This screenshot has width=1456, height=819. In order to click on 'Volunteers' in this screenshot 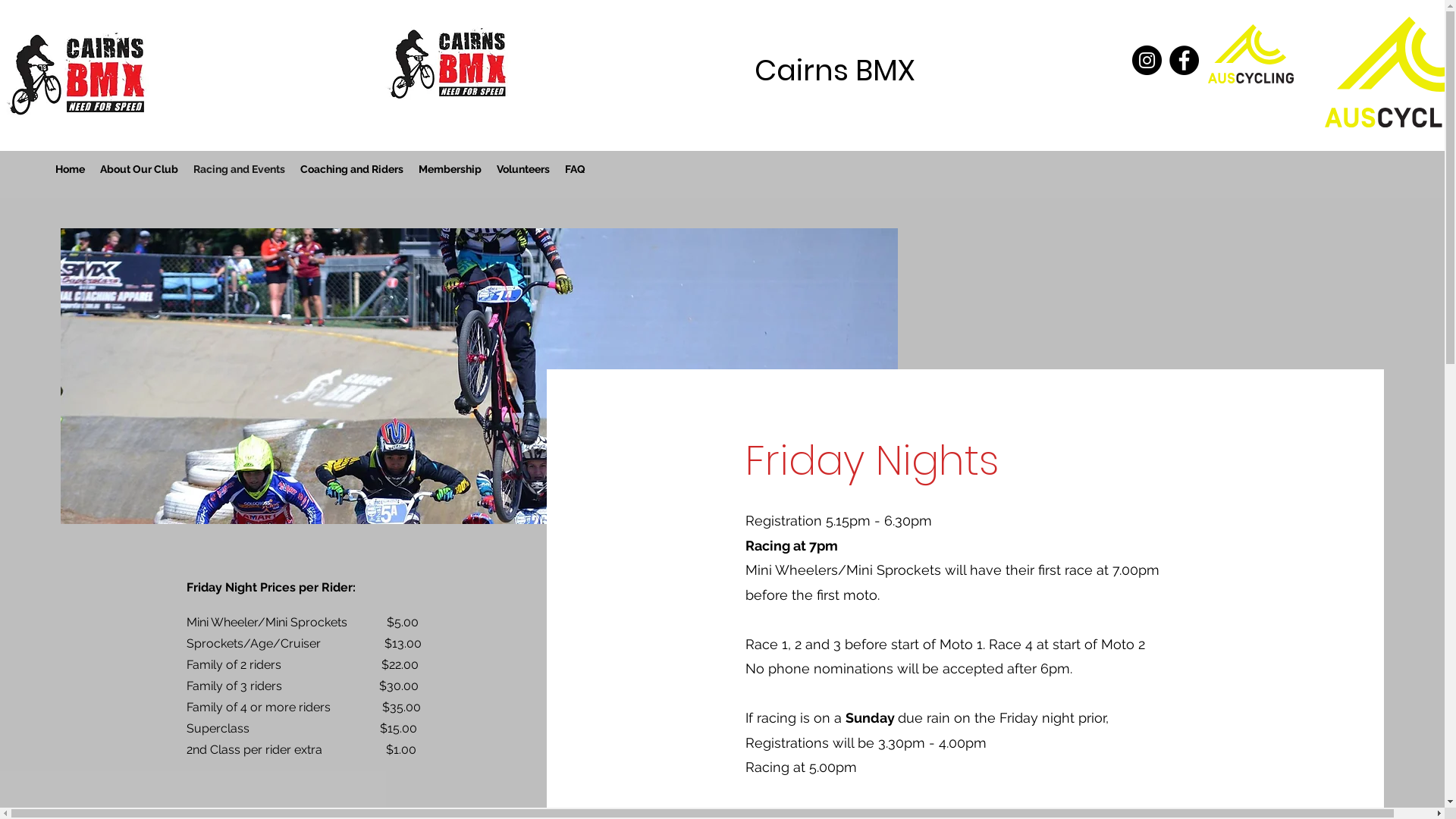, I will do `click(523, 169)`.